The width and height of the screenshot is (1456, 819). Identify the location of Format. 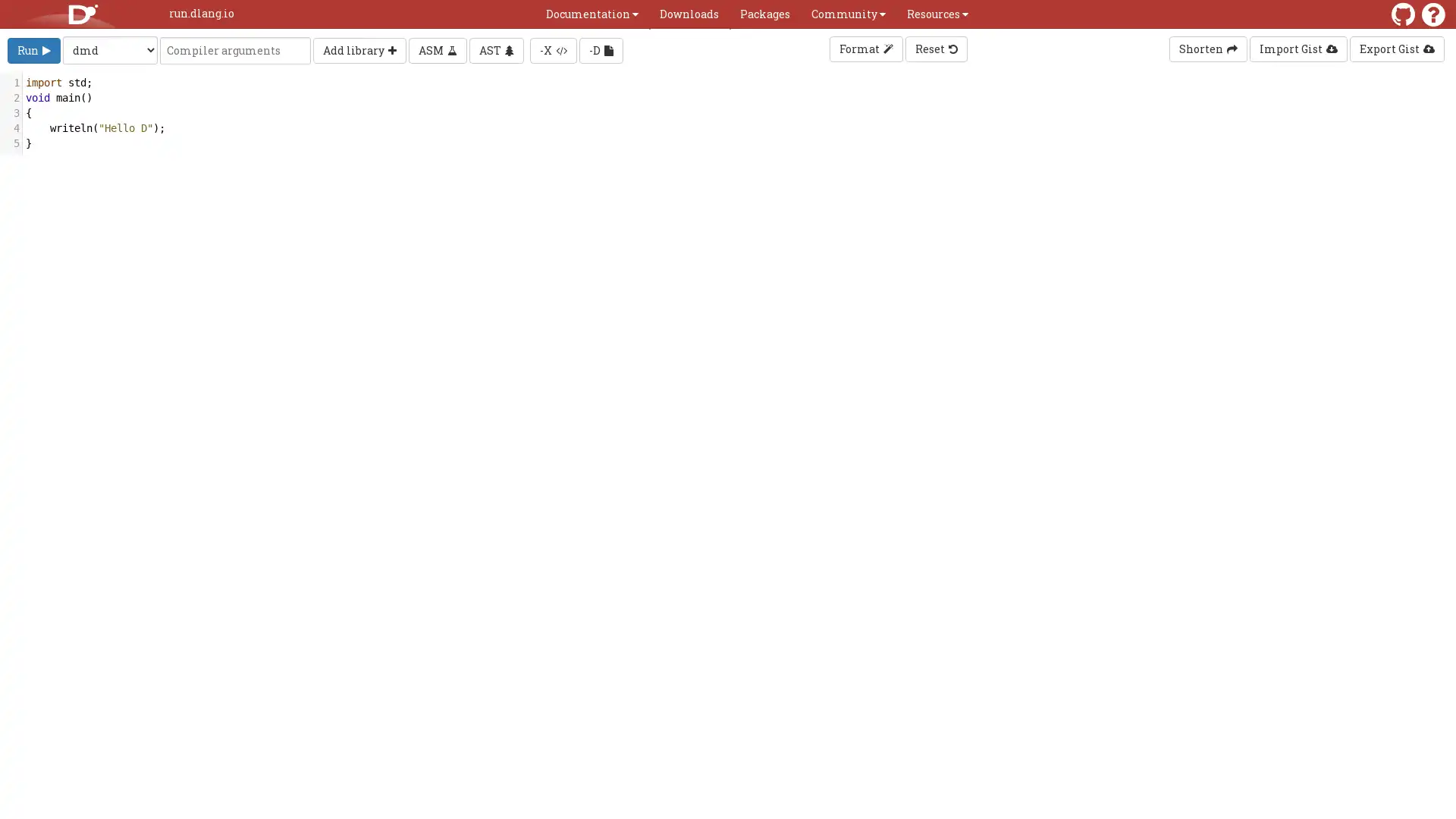
(865, 49).